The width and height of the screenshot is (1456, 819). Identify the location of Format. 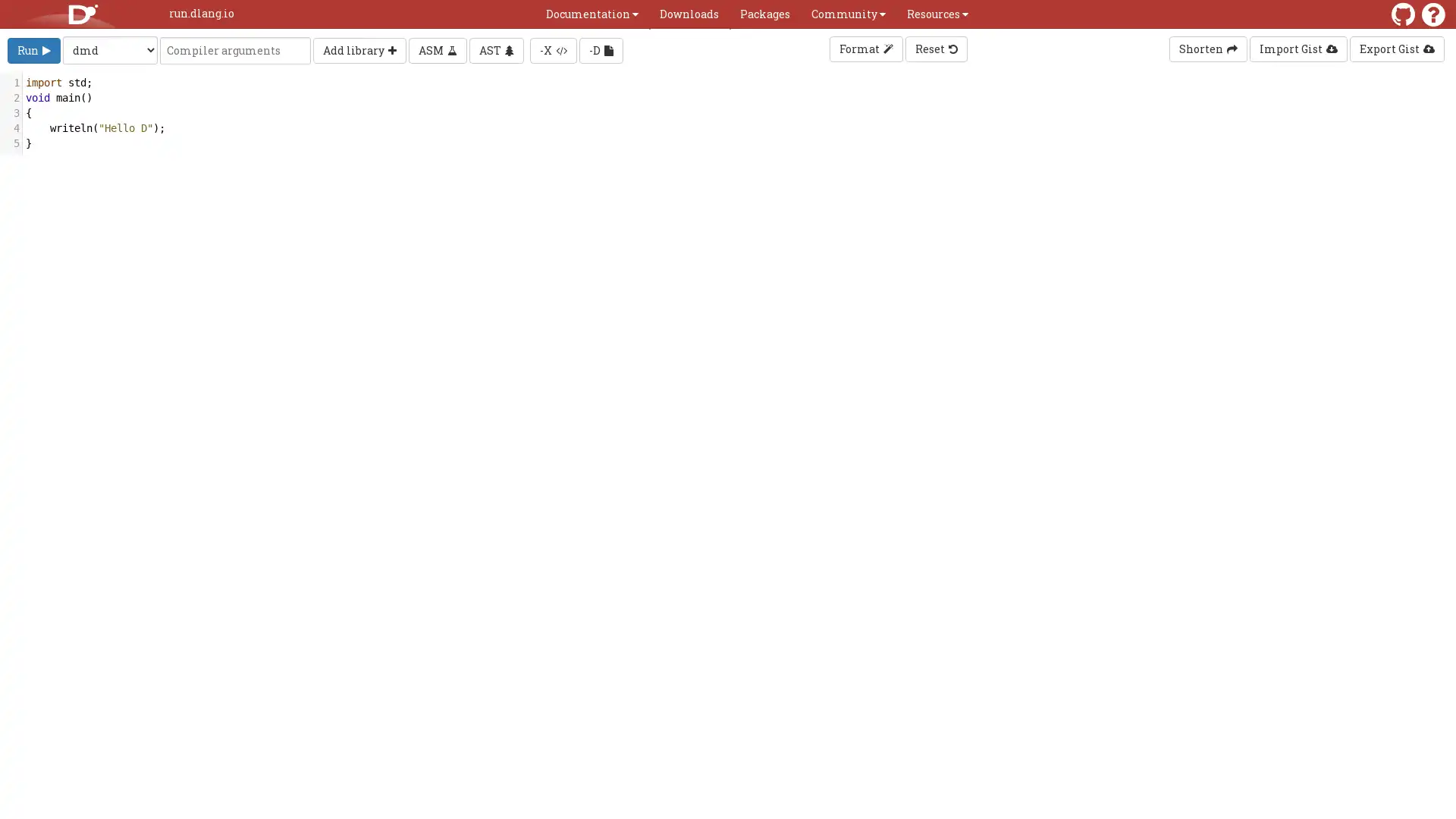
(865, 49).